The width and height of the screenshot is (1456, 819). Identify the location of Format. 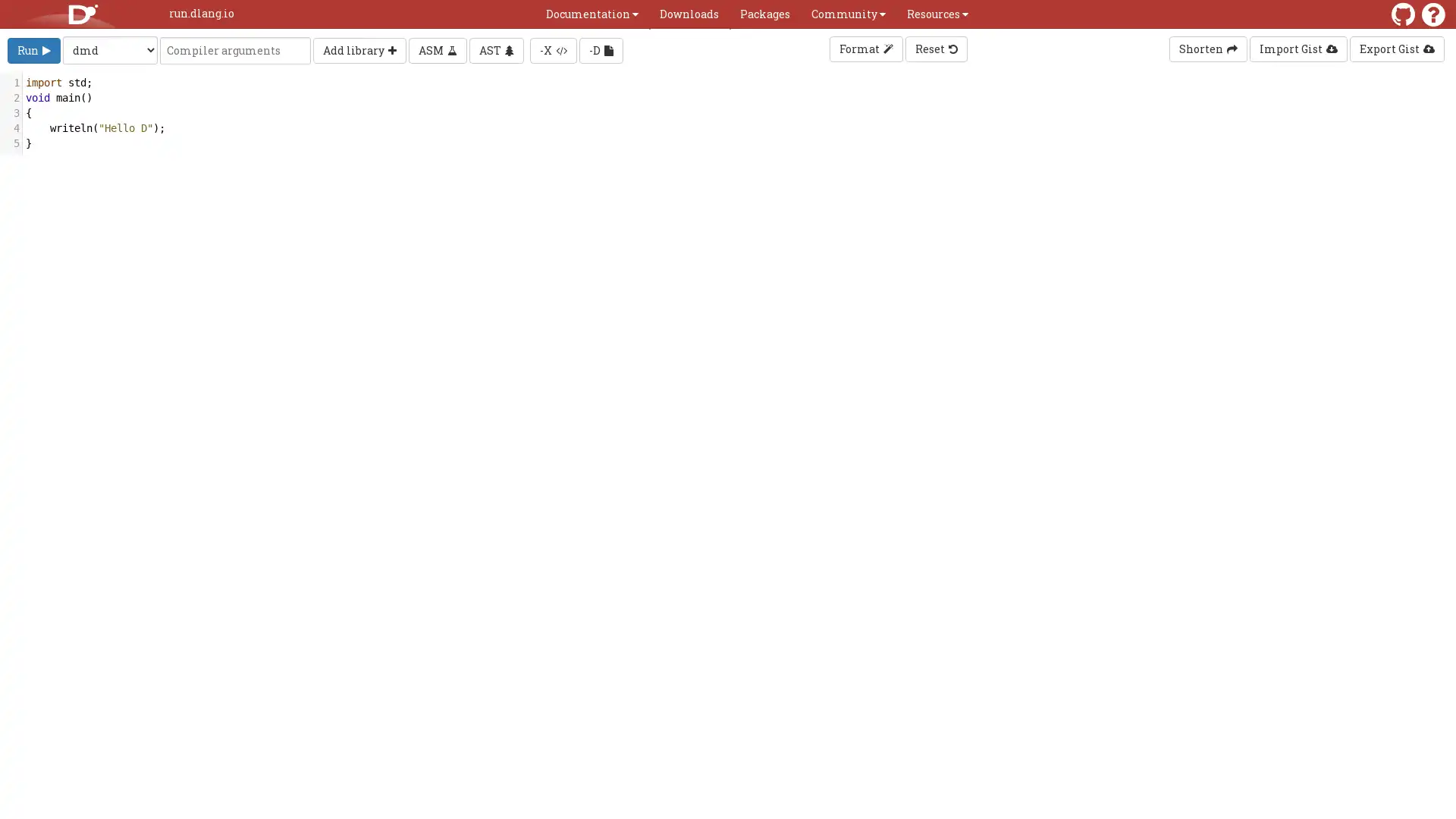
(865, 49).